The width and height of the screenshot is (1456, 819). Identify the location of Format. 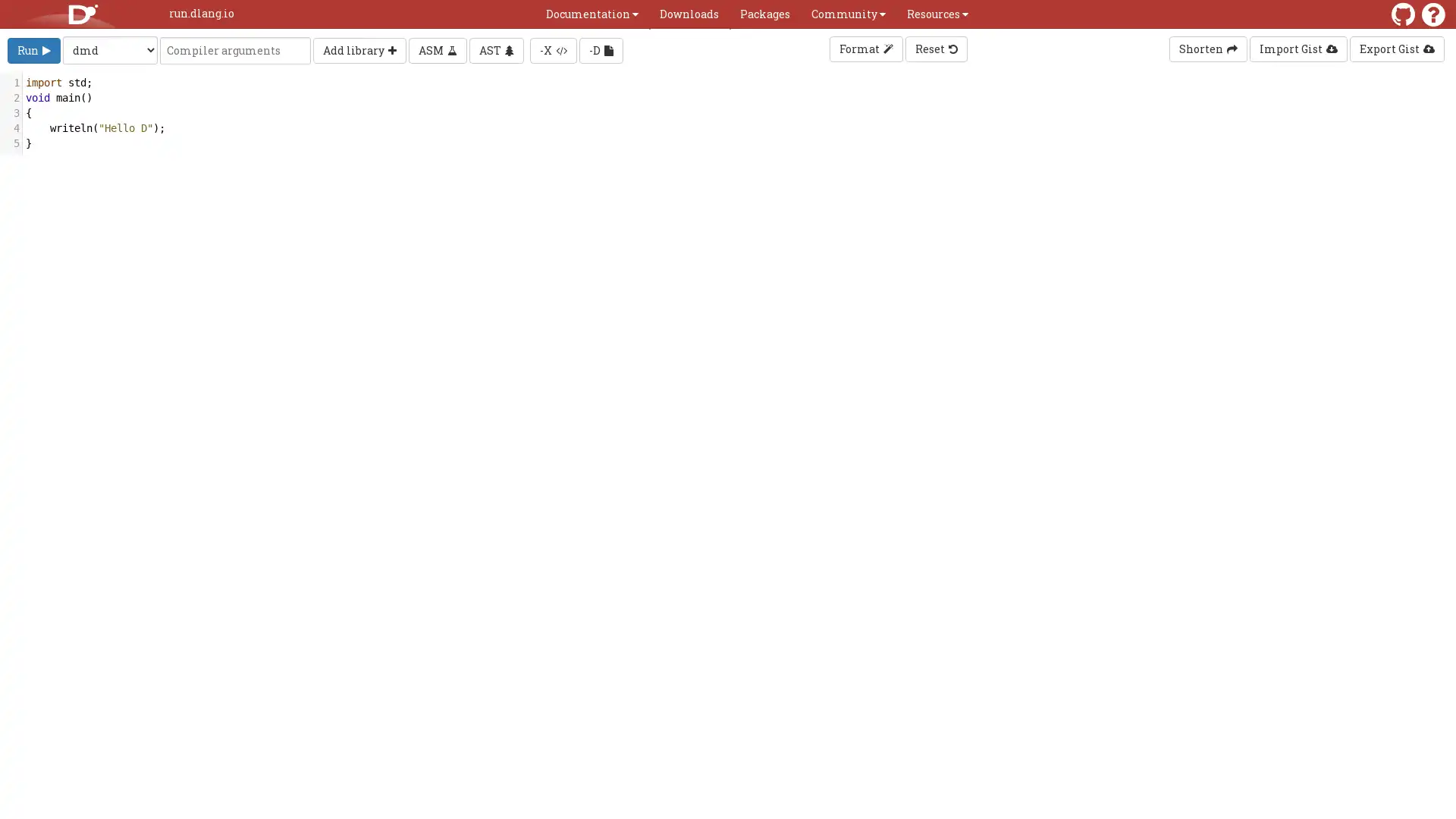
(865, 49).